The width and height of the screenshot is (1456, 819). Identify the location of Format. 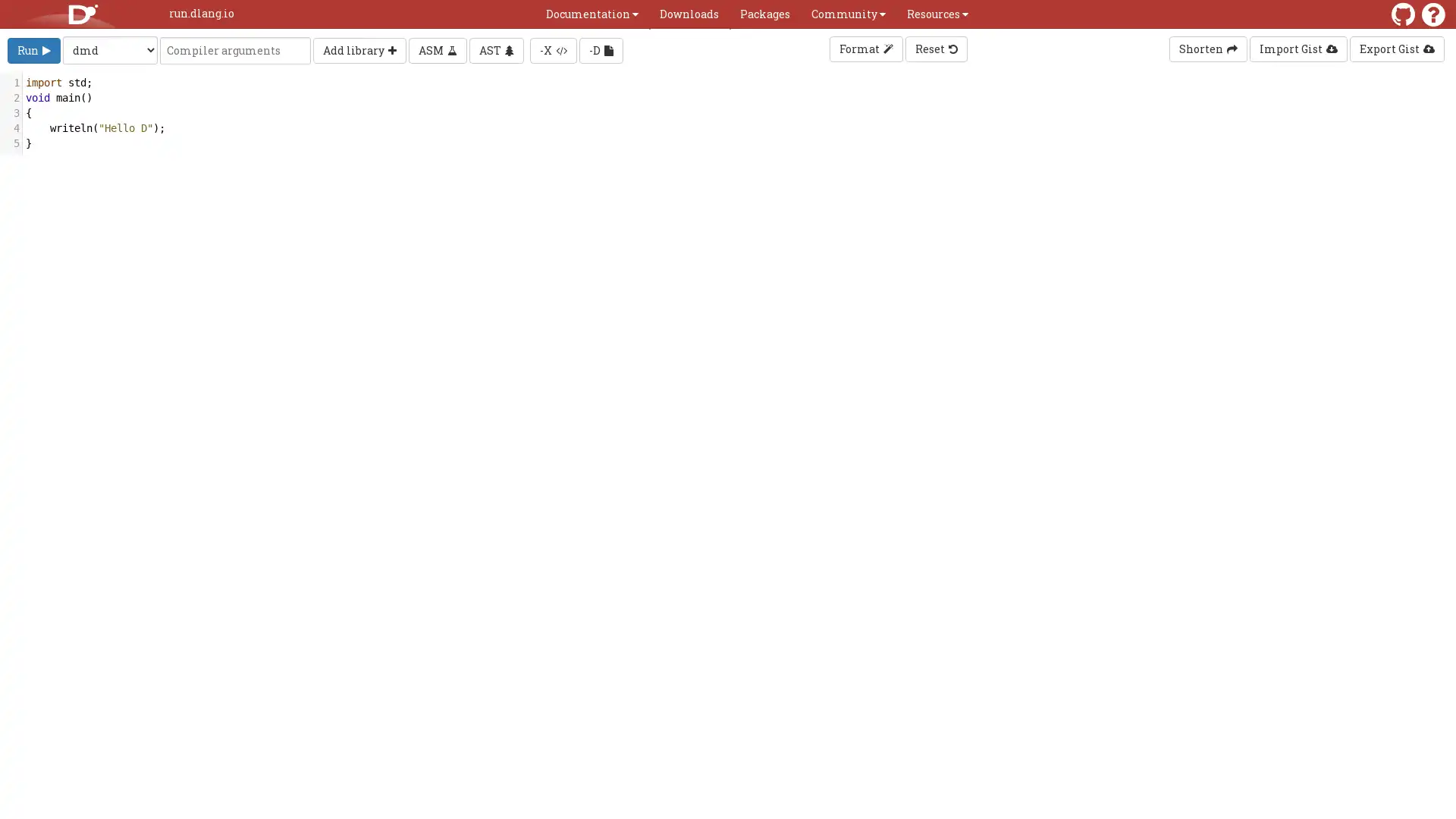
(865, 49).